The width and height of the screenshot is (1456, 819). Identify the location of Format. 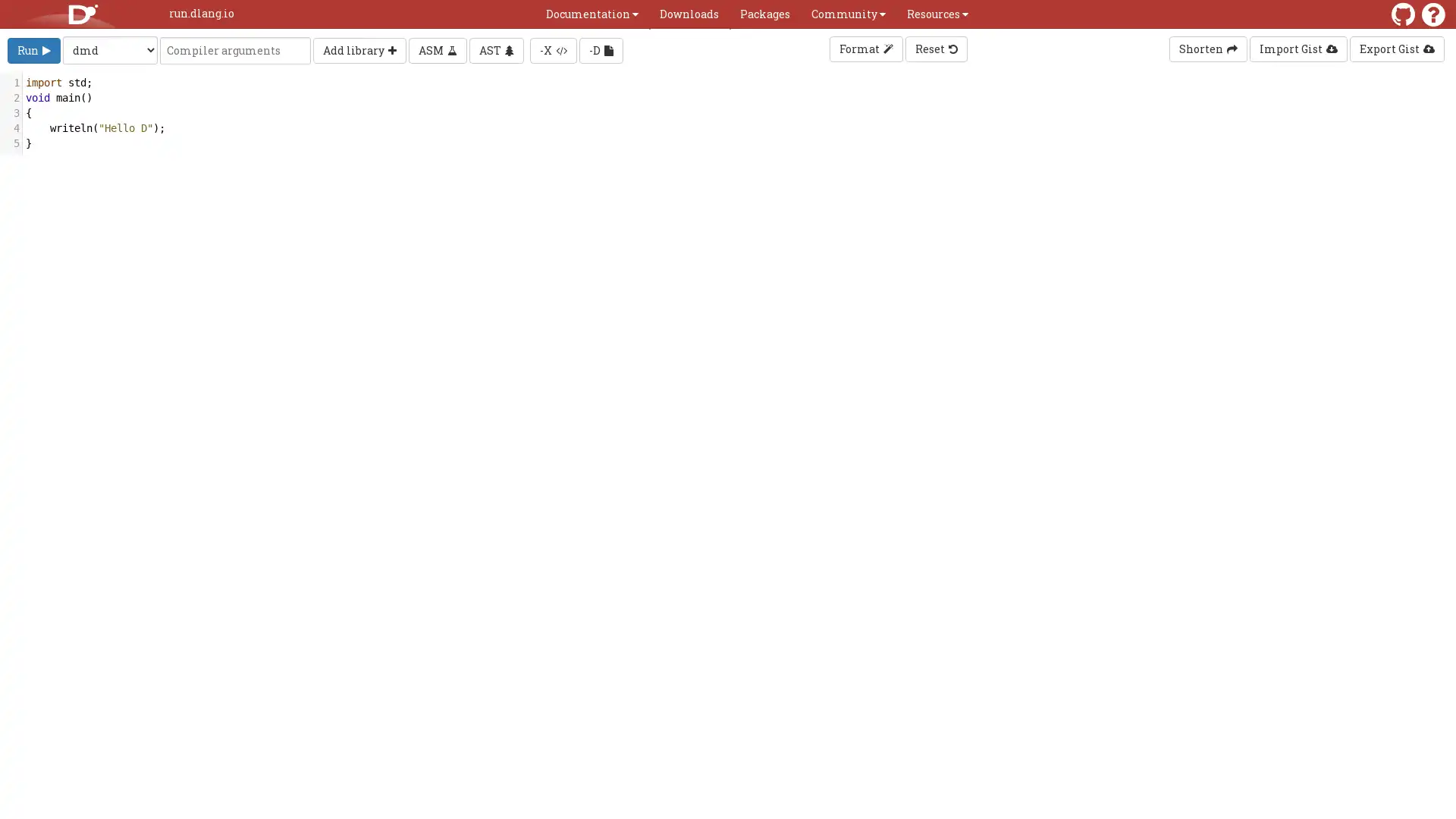
(865, 49).